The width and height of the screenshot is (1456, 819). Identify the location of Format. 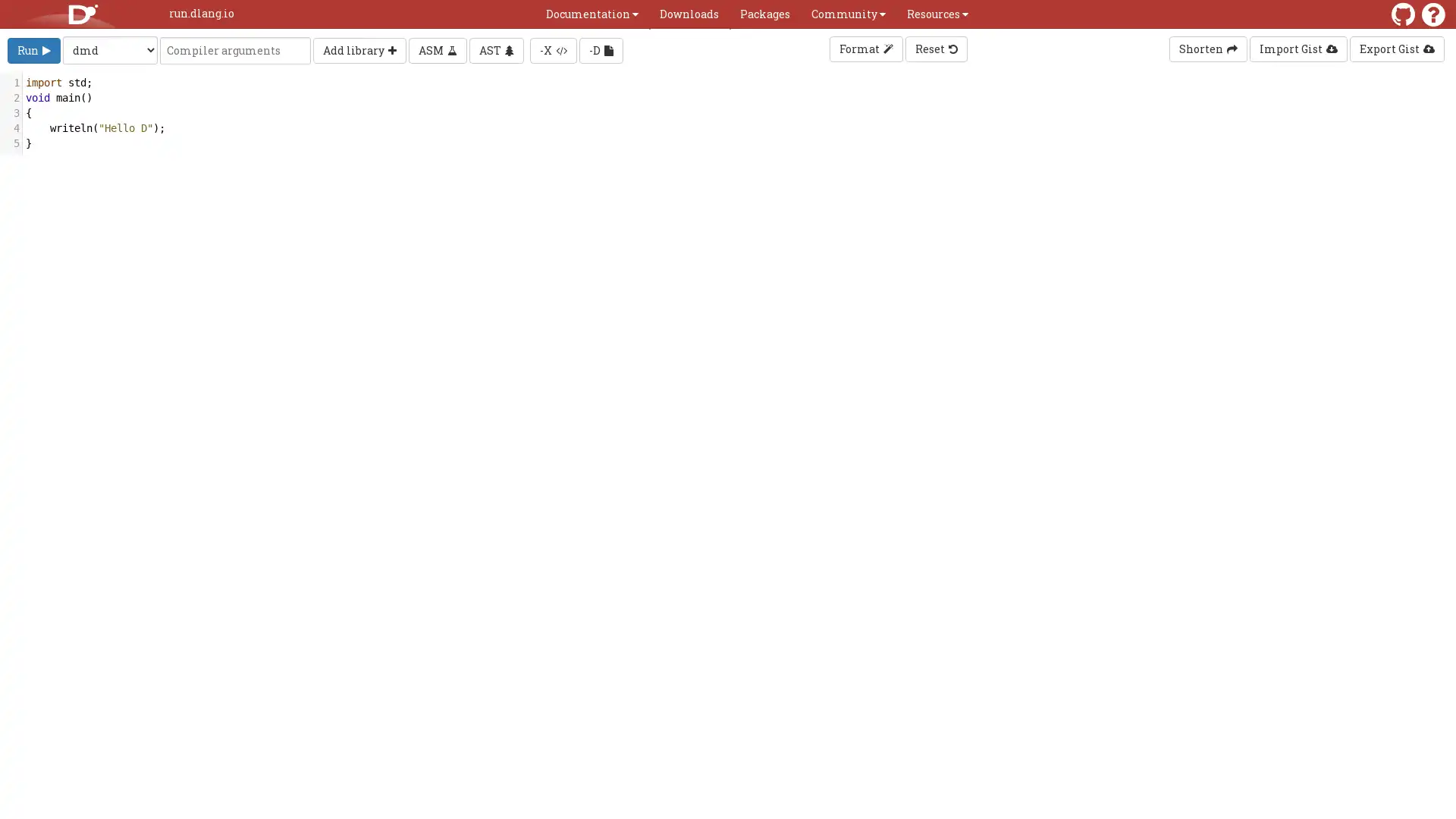
(865, 49).